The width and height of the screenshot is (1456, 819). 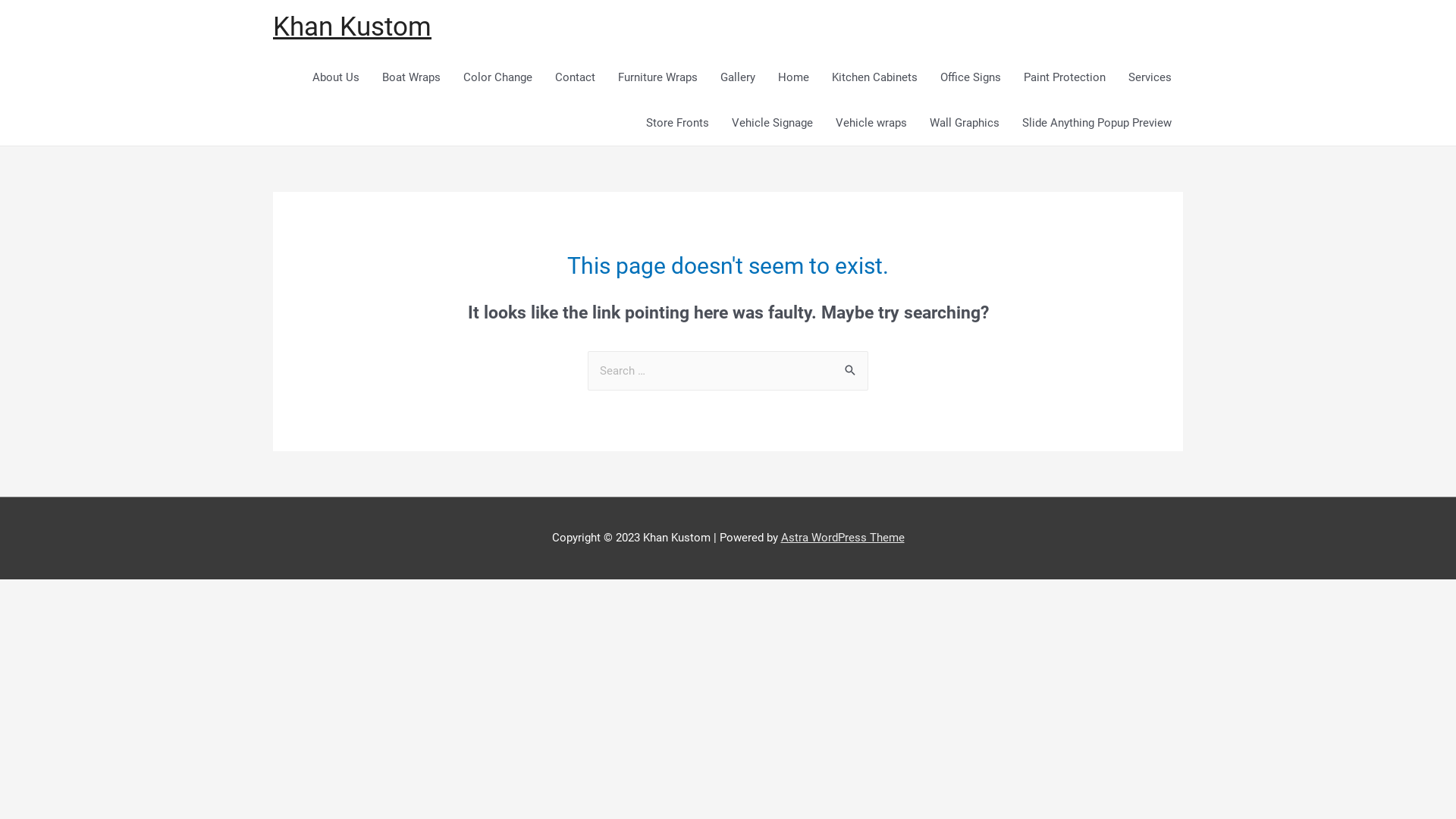 What do you see at coordinates (334, 77) in the screenshot?
I see `'About Us'` at bounding box center [334, 77].